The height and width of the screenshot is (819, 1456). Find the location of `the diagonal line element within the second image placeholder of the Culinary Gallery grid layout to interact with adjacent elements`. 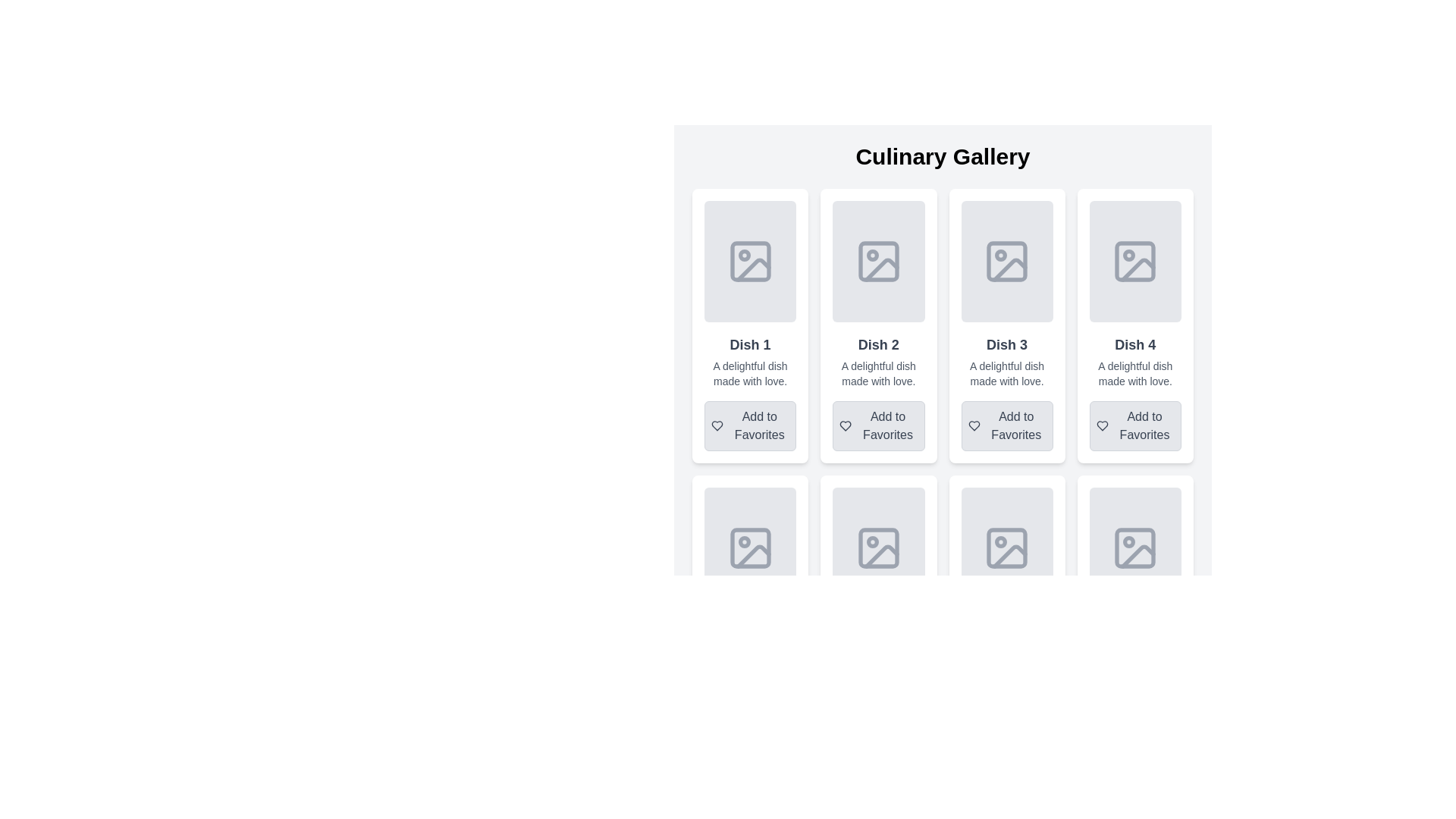

the diagonal line element within the second image placeholder of the Culinary Gallery grid layout to interact with adjacent elements is located at coordinates (881, 269).